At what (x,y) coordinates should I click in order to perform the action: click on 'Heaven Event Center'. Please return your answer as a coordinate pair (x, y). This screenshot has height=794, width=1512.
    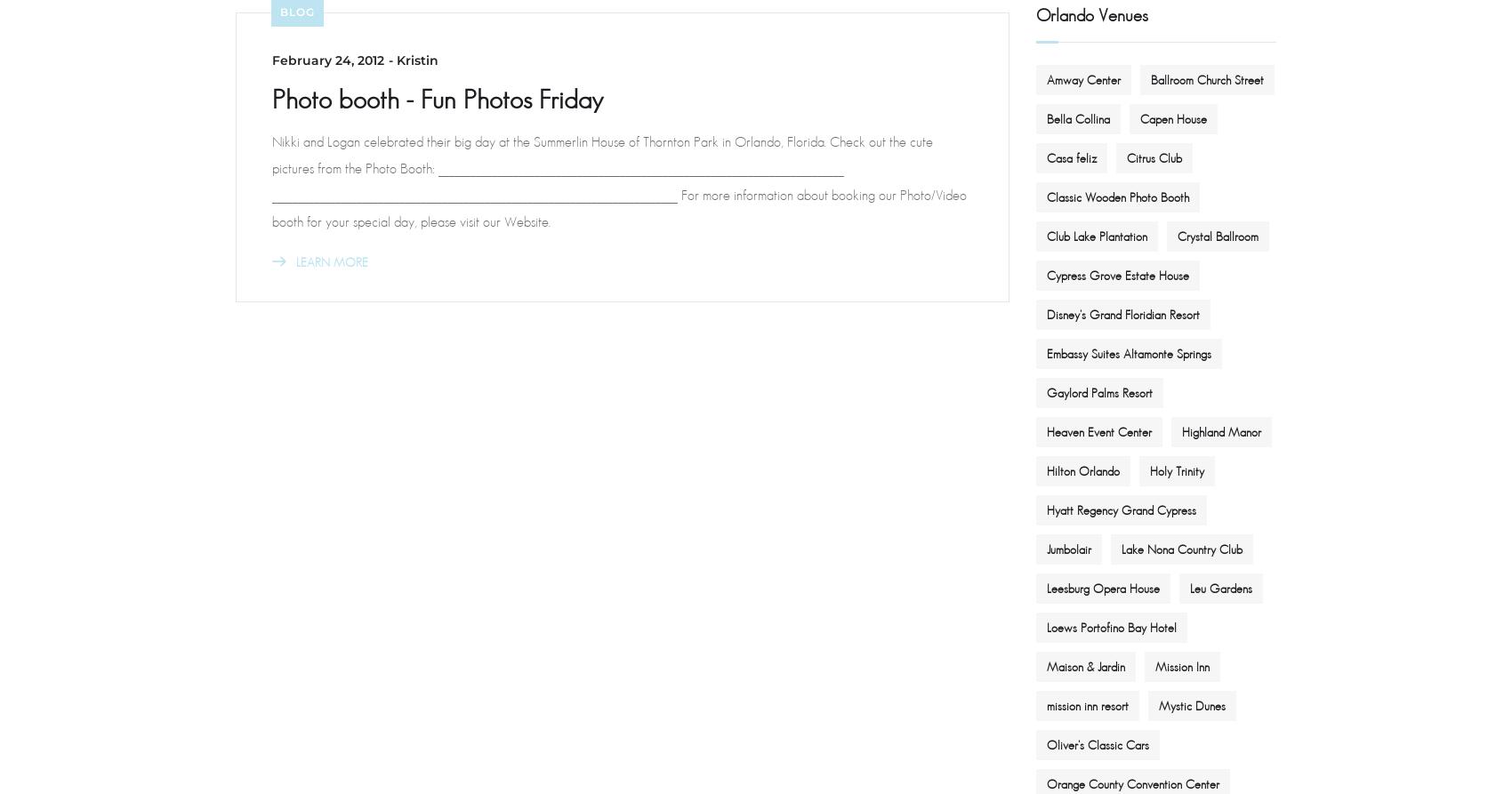
    Looking at the image, I should click on (1098, 429).